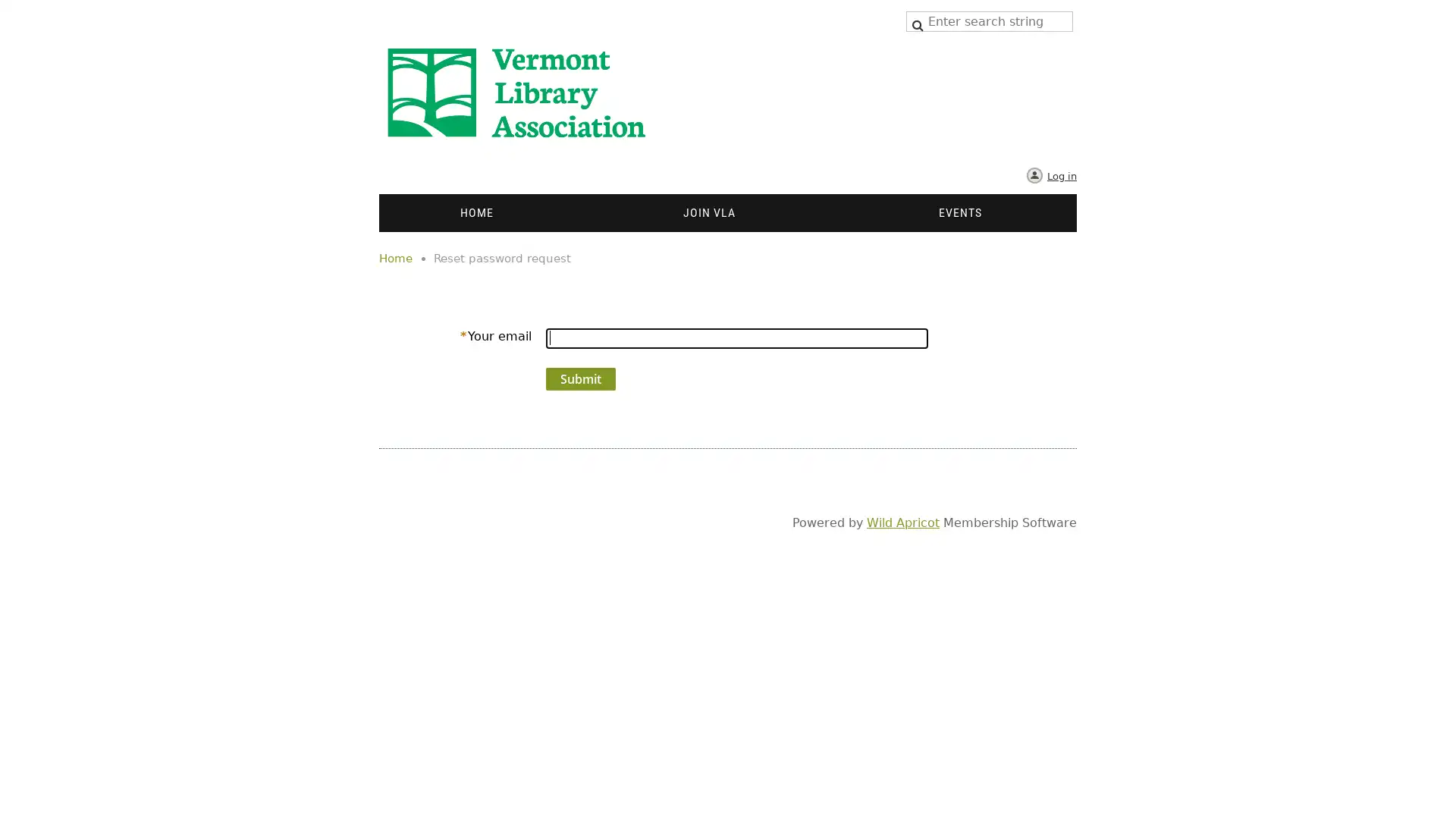  I want to click on Submit, so click(580, 378).